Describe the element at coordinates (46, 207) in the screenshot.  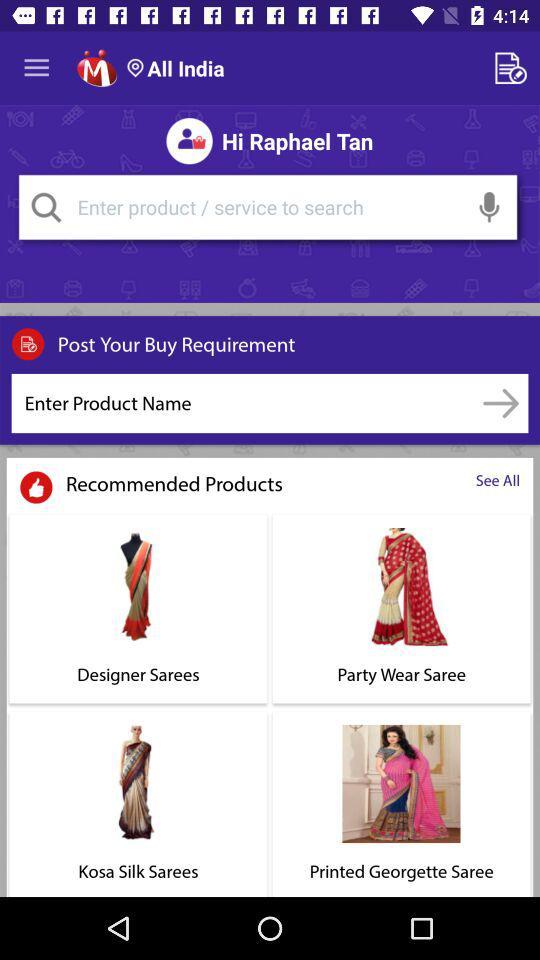
I see `the search icon` at that location.